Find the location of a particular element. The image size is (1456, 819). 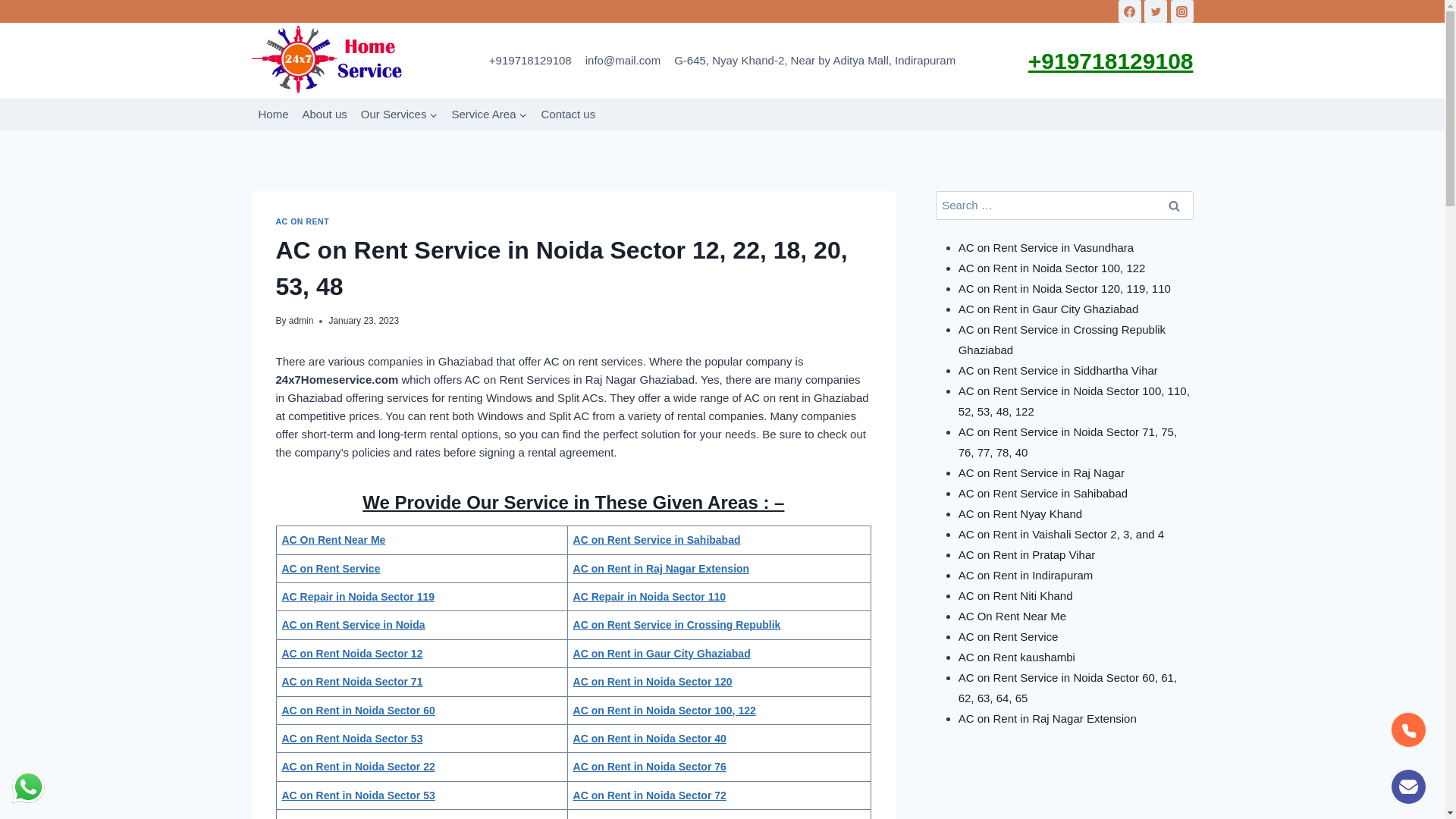

'AC on Rent Service in Siddhartha Vihar' is located at coordinates (1057, 370).